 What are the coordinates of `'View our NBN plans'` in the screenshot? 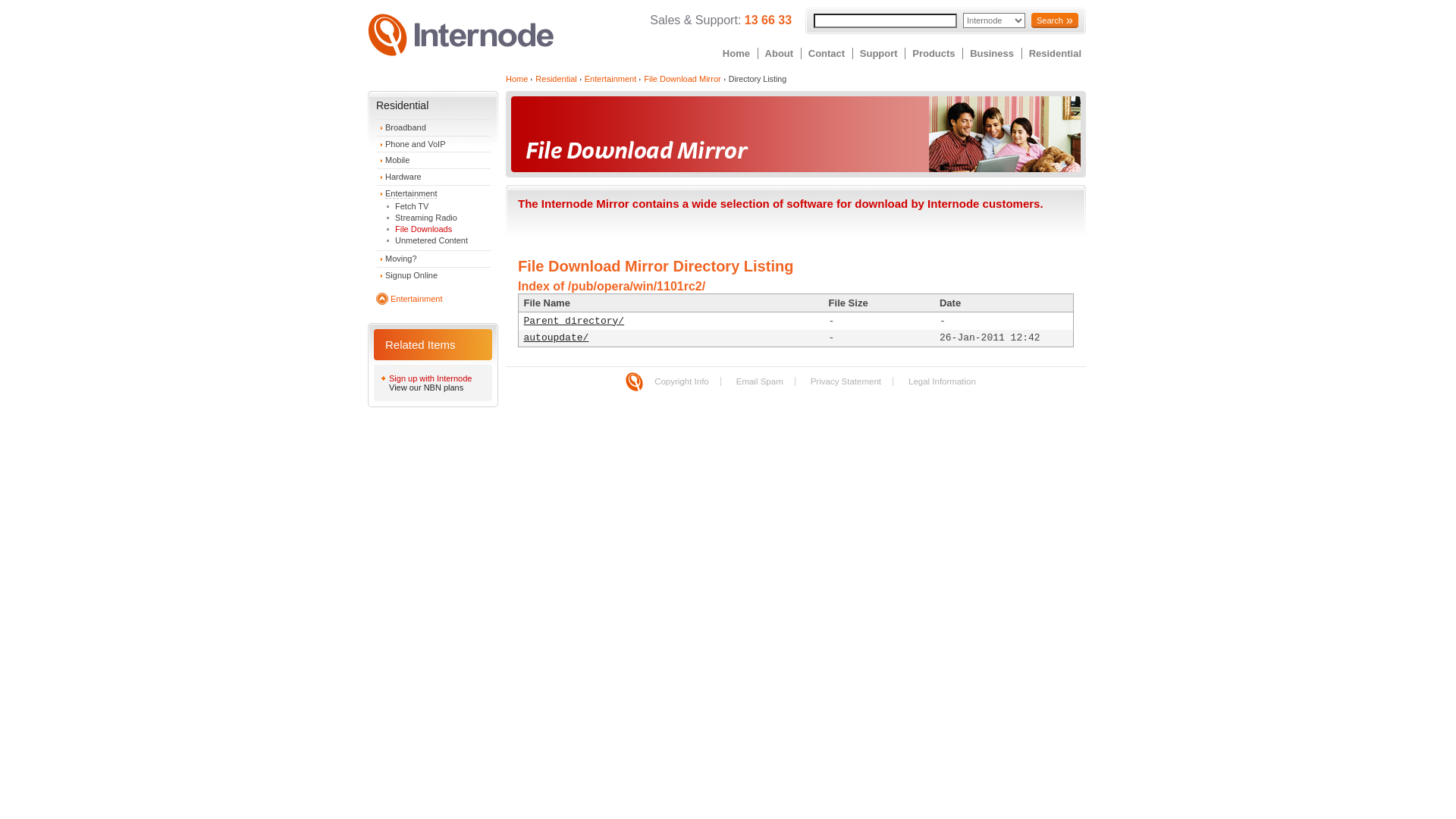 It's located at (436, 386).